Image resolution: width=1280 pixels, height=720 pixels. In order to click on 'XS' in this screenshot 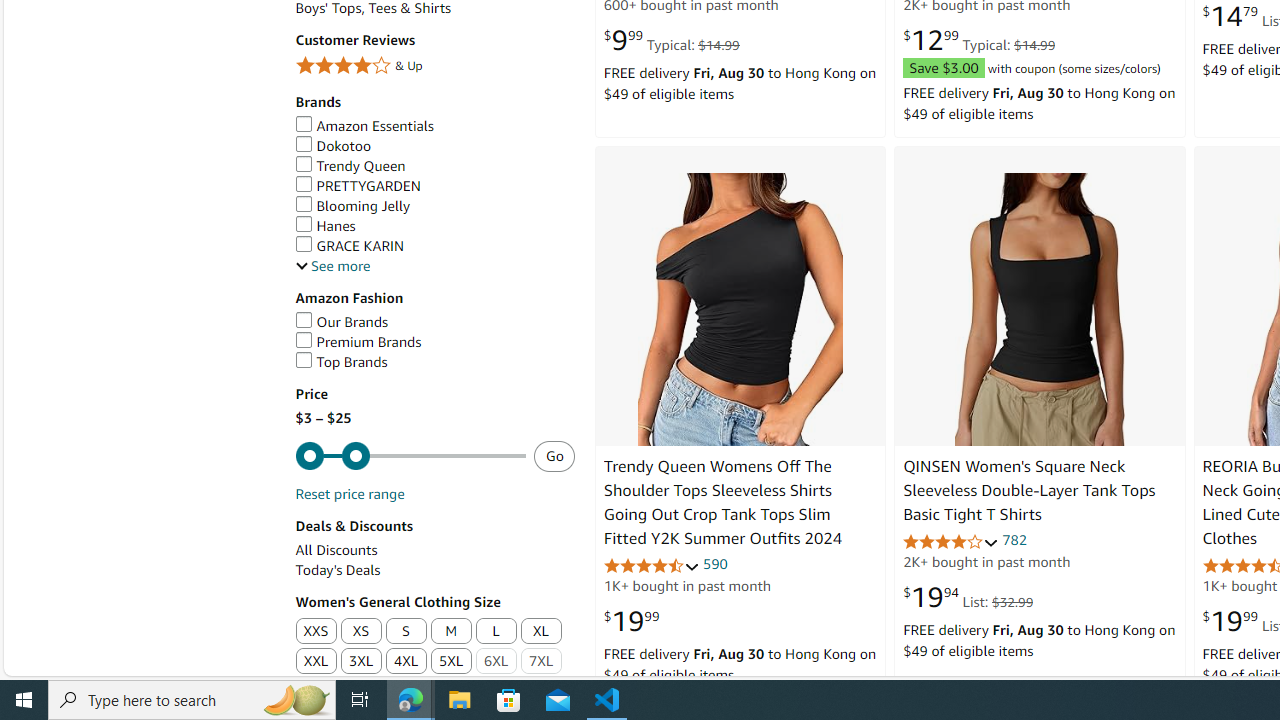, I will do `click(362, 632)`.